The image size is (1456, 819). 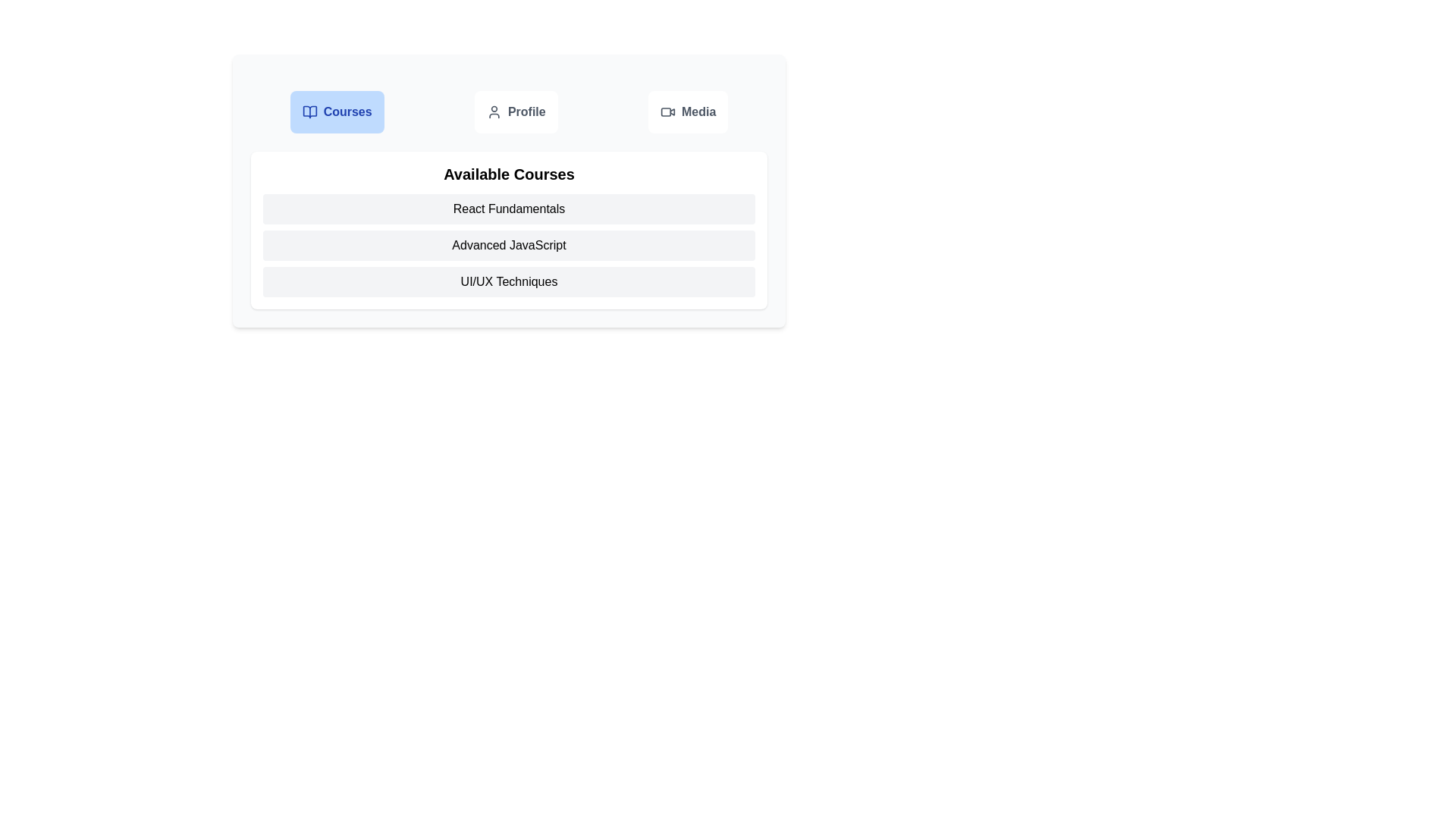 I want to click on the 'Profile' button on the Navigation bar, so click(x=509, y=111).